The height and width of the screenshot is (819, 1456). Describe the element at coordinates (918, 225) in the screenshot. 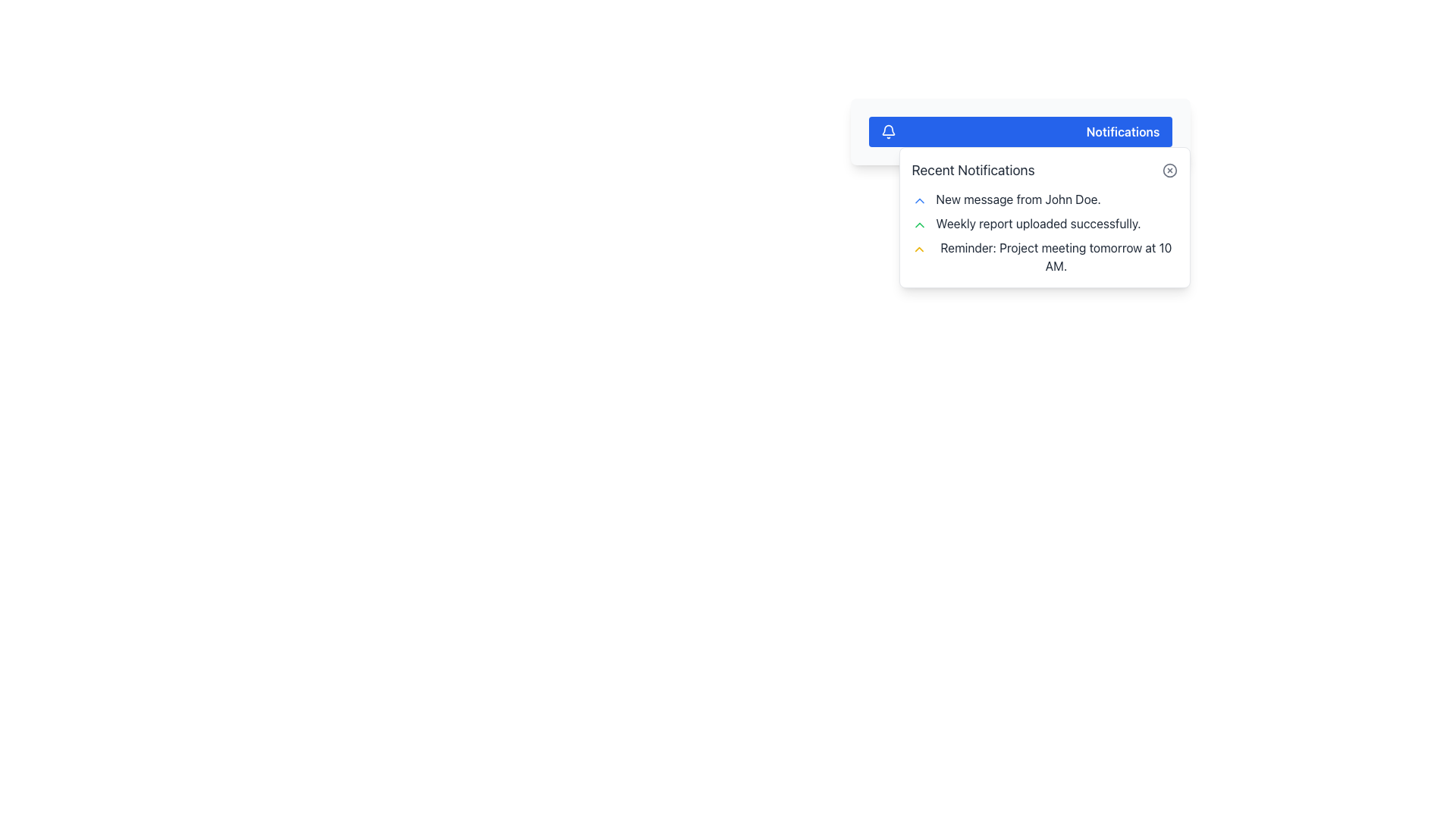

I see `the icon positioned in the middle section of the notification list, just to the left of the text 'Weekly report uploaded successfully.'` at that location.